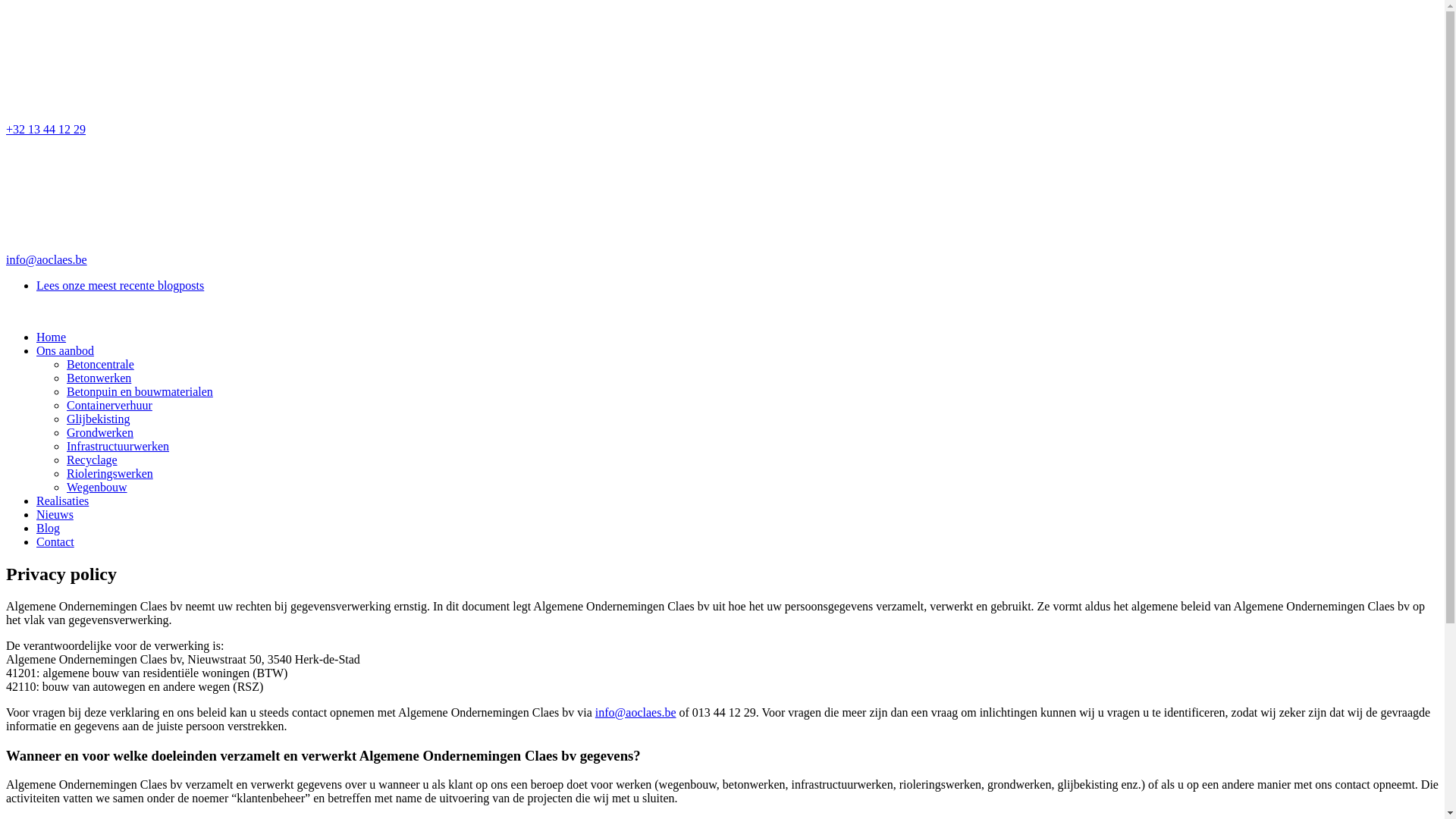  Describe the element at coordinates (117, 445) in the screenshot. I see `'Infrastructuurwerken'` at that location.